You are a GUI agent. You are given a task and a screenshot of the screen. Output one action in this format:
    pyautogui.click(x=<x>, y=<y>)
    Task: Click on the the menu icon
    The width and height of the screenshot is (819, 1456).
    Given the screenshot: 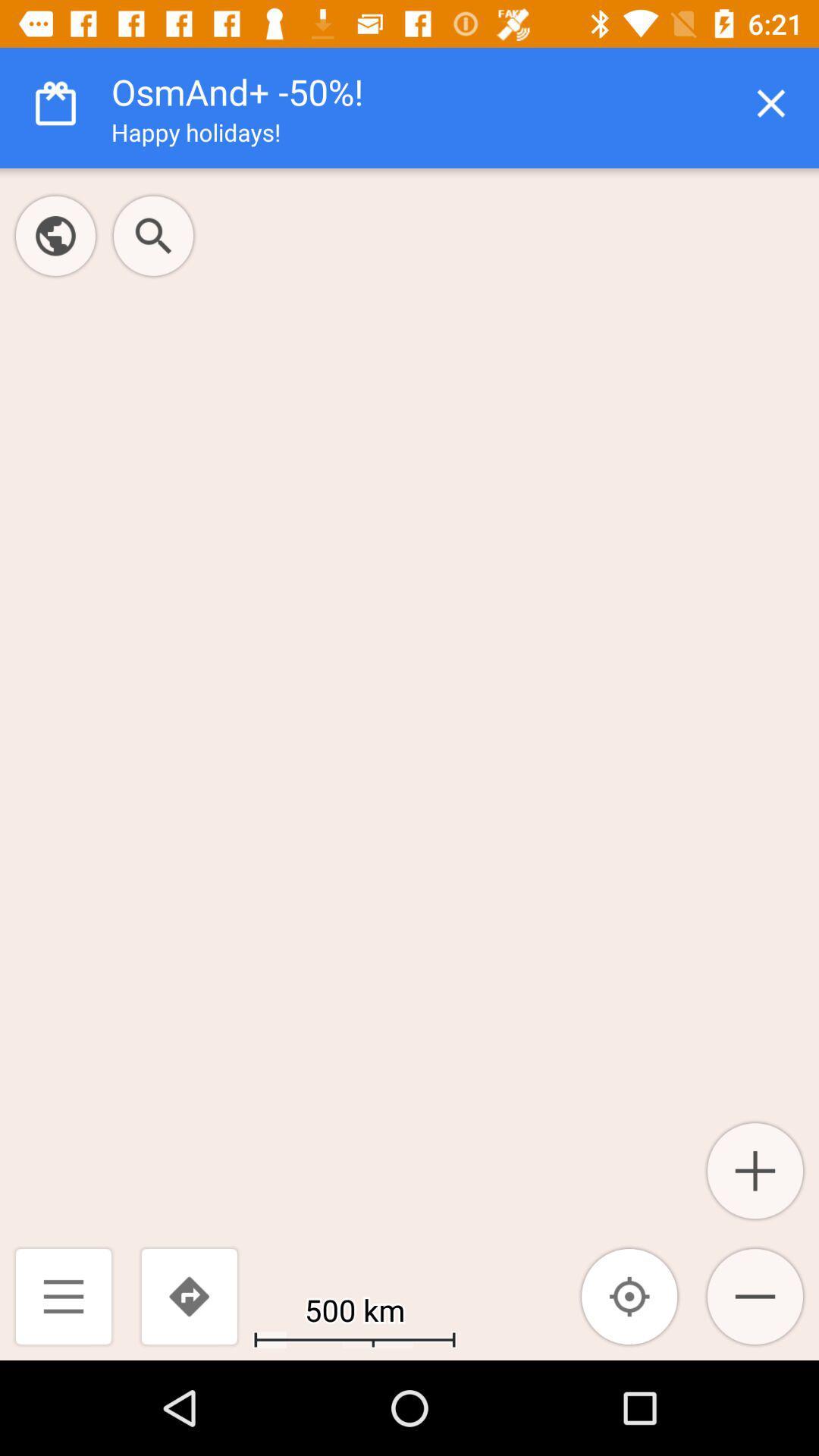 What is the action you would take?
    pyautogui.click(x=63, y=1295)
    